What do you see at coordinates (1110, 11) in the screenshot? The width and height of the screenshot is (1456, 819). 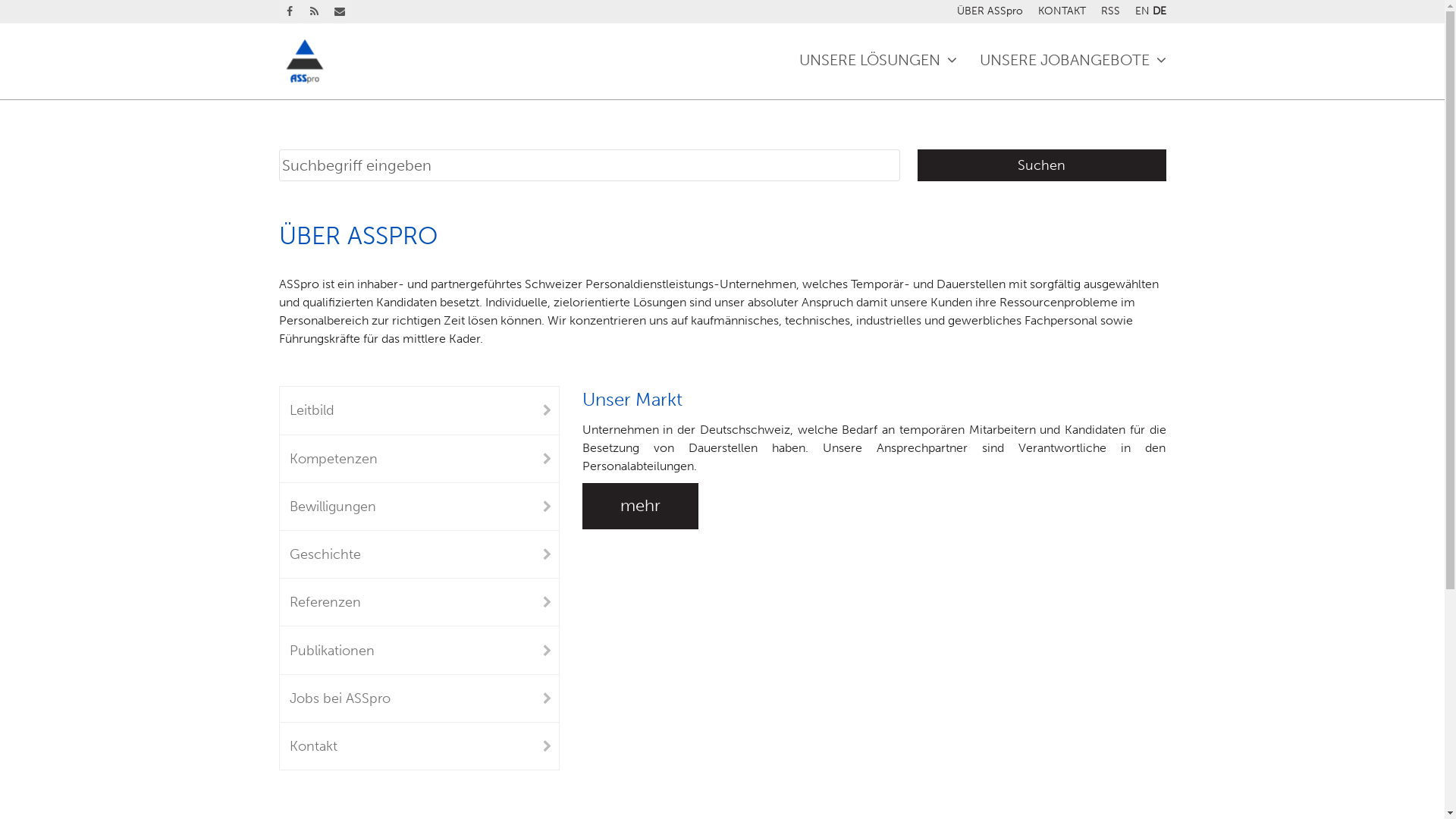 I see `'RSS'` at bounding box center [1110, 11].